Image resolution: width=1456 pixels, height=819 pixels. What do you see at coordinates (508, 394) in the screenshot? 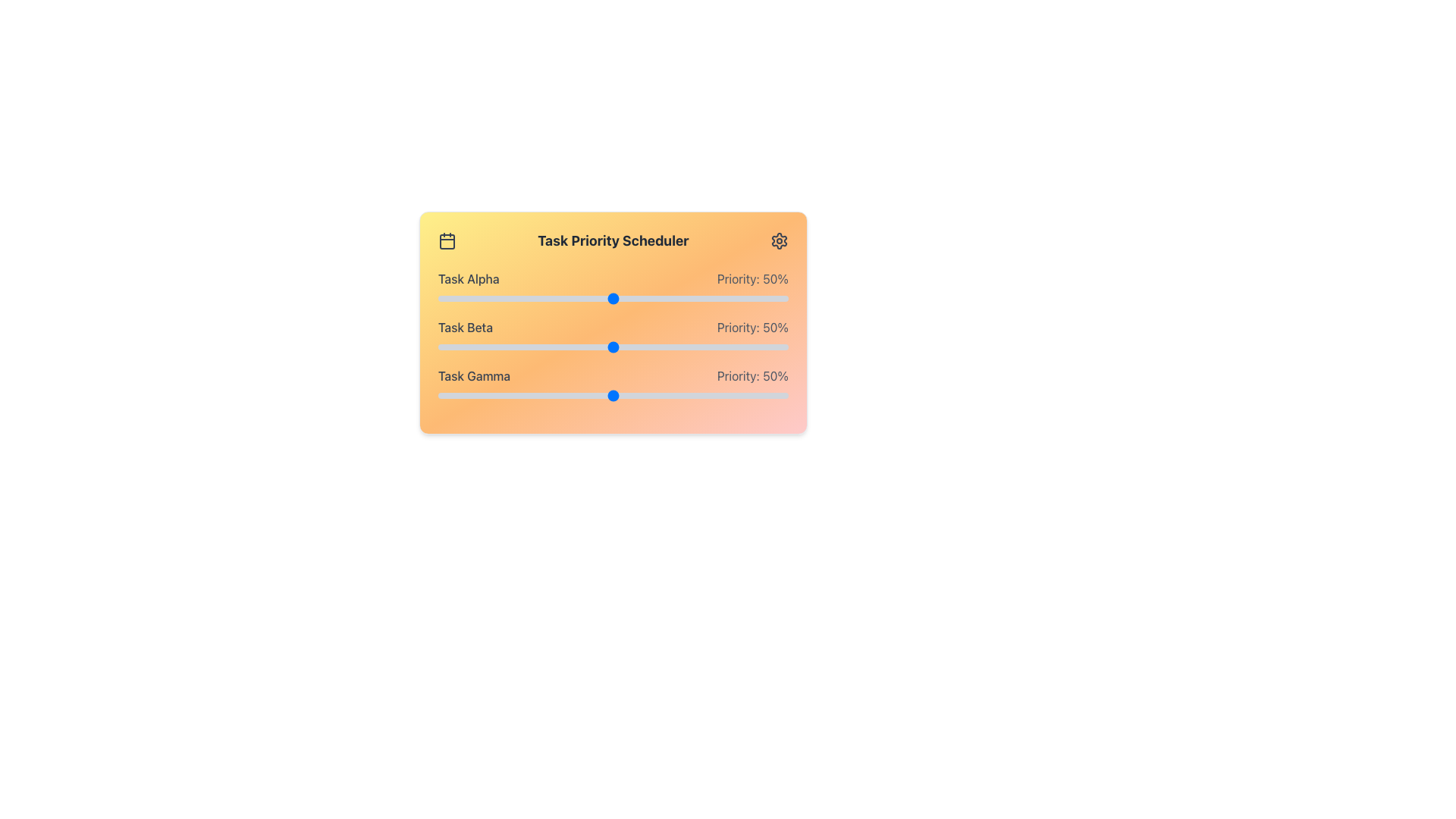
I see `task priority` at bounding box center [508, 394].